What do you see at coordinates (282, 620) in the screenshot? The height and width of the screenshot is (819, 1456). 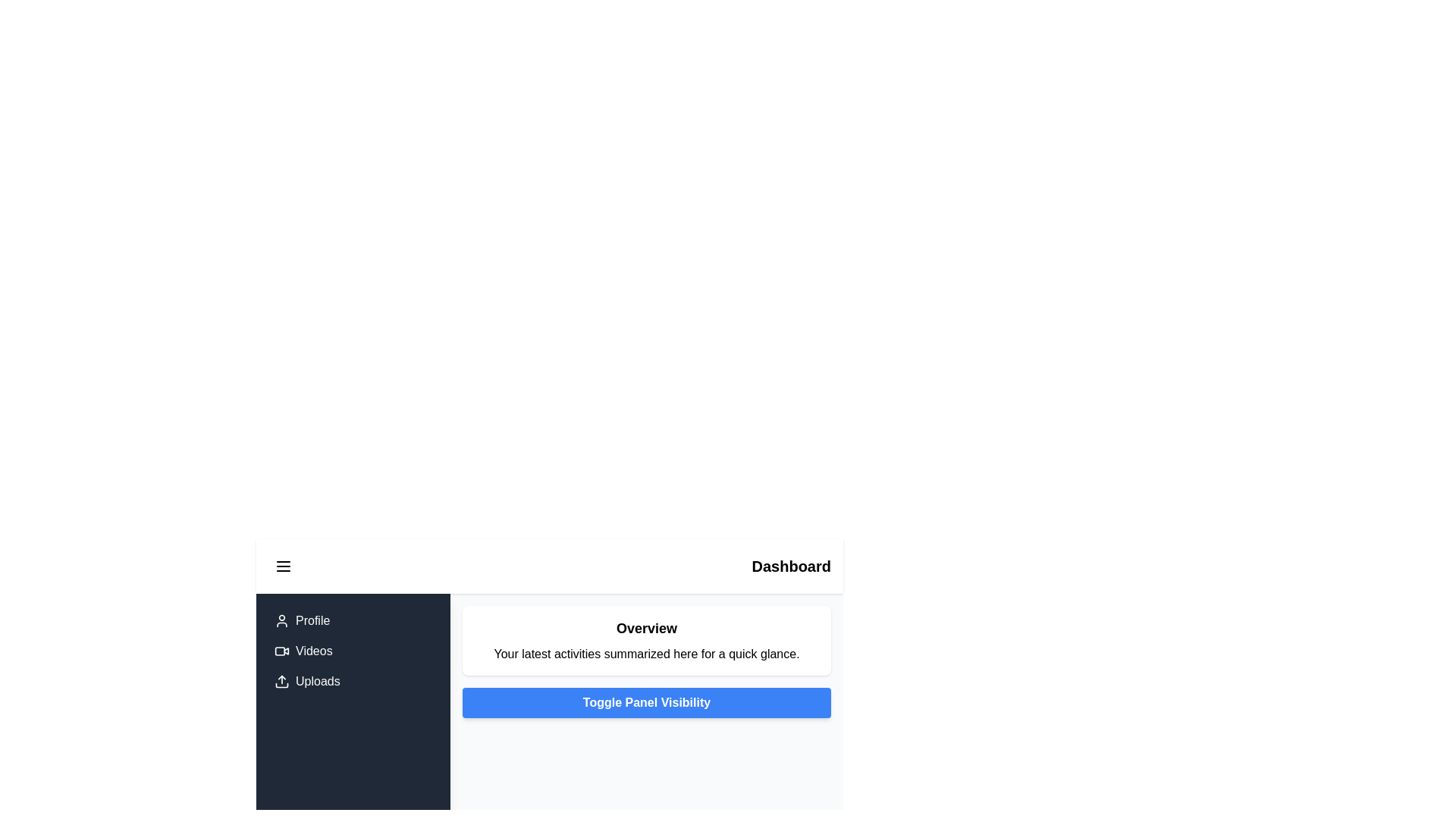 I see `the 'Profile' icon located in the left navigation menu, which is the first icon next to the 'Profile' text` at bounding box center [282, 620].